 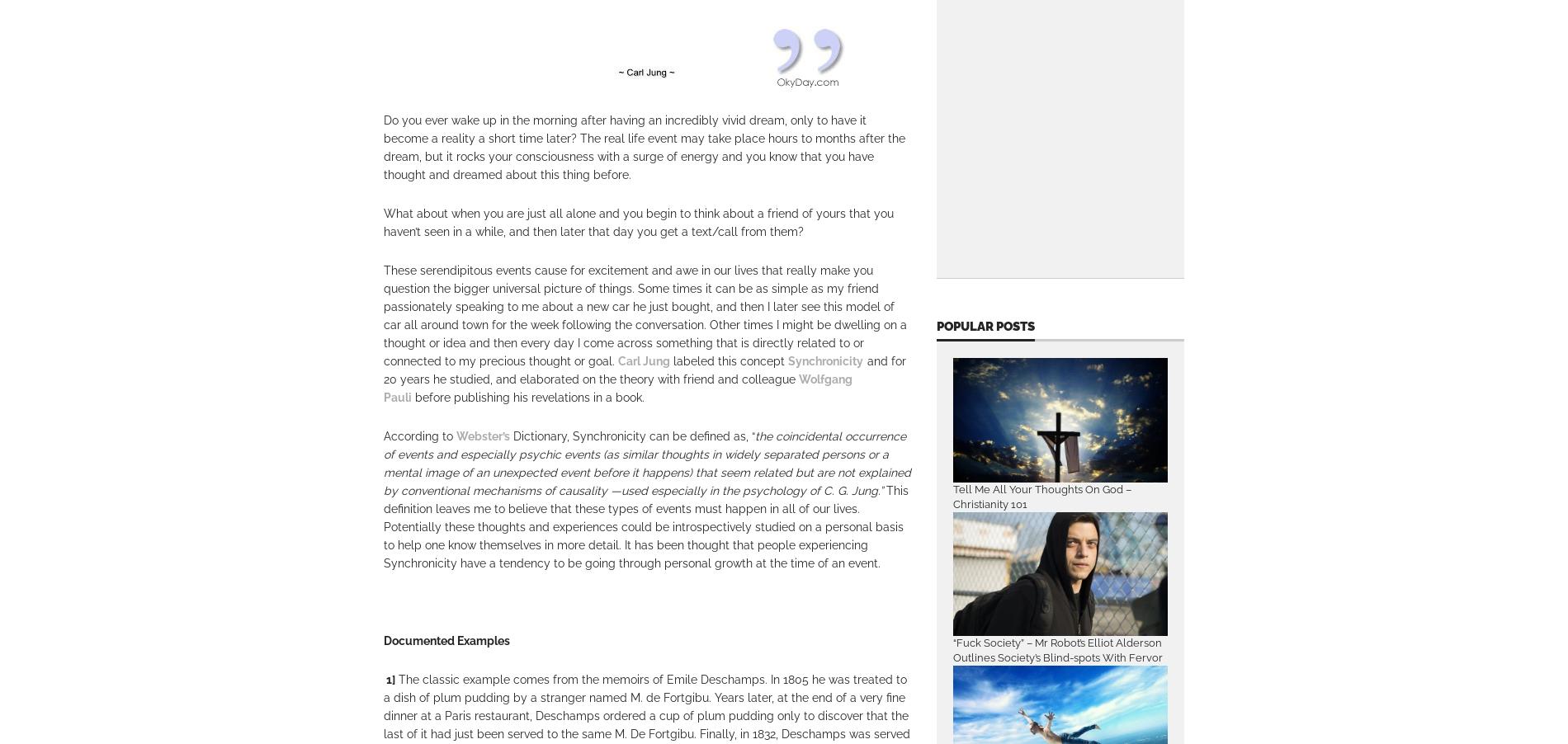 I want to click on 'before publishing his revelations in a book.', so click(x=527, y=397).